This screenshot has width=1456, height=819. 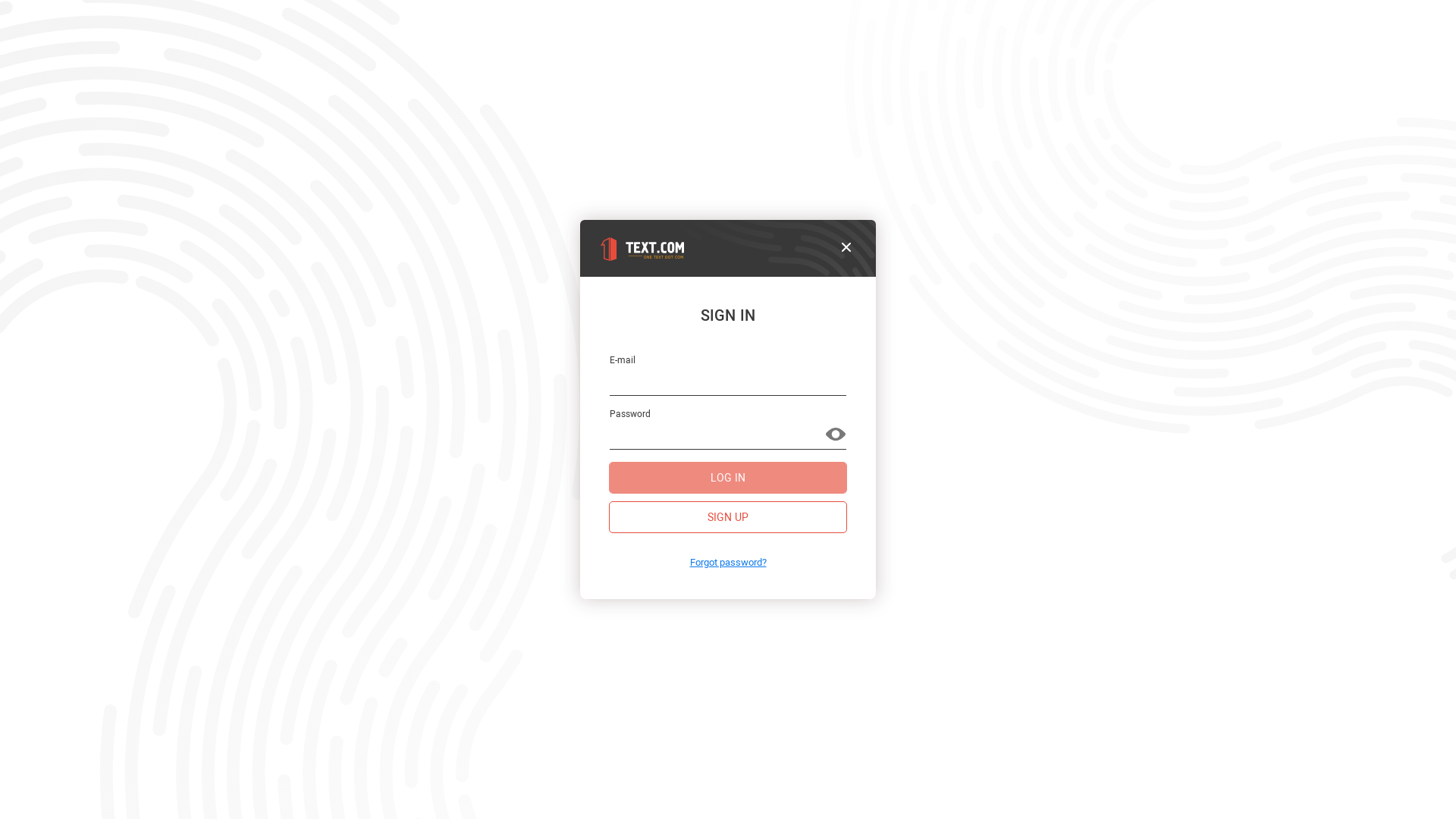 I want to click on 'SIGN UP', so click(x=728, y=516).